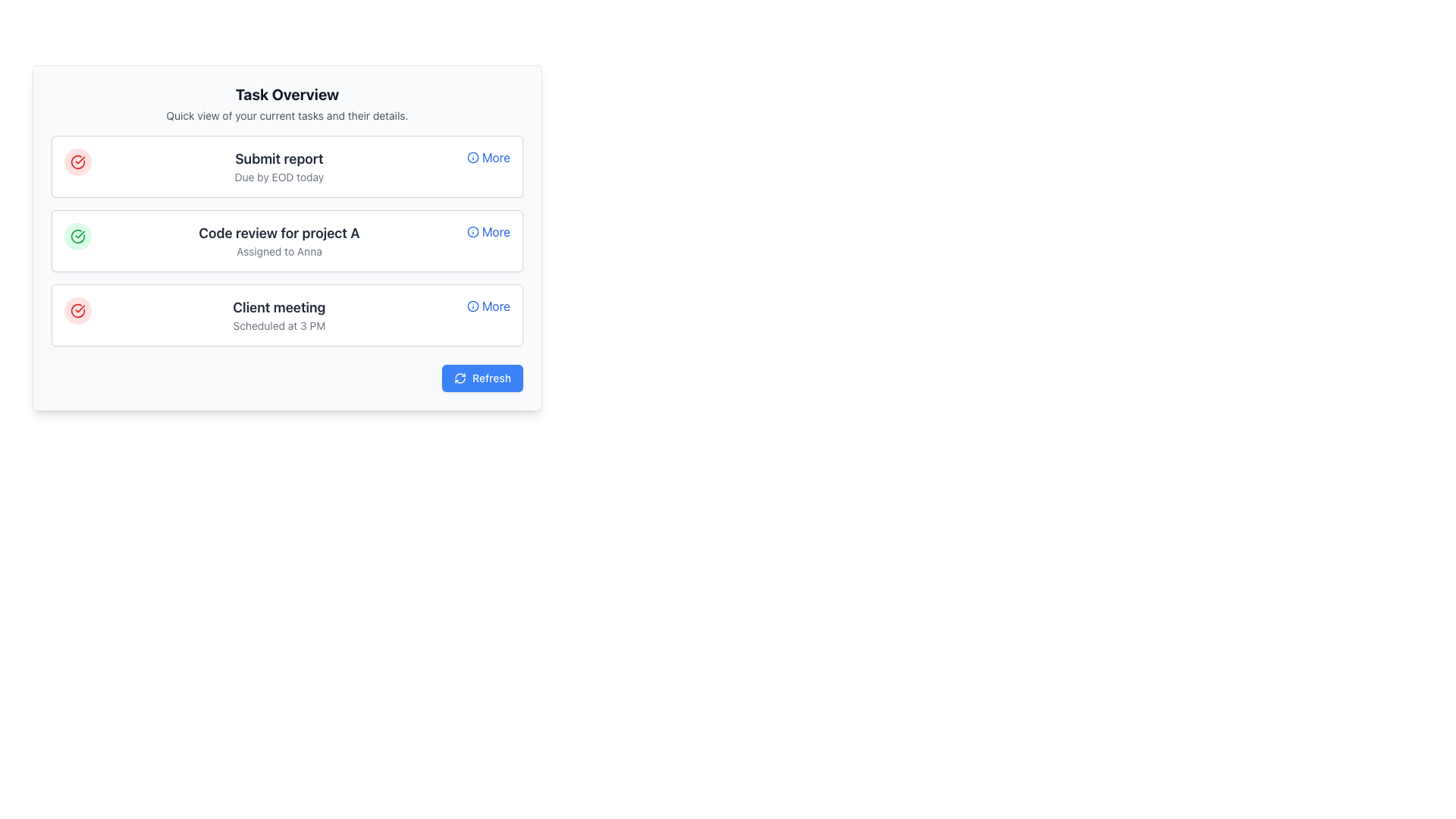  What do you see at coordinates (77, 162) in the screenshot?
I see `the visual indicator icon located at the leftmost side of the first row in the task list, adjacent to the 'Submit report' text label` at bounding box center [77, 162].